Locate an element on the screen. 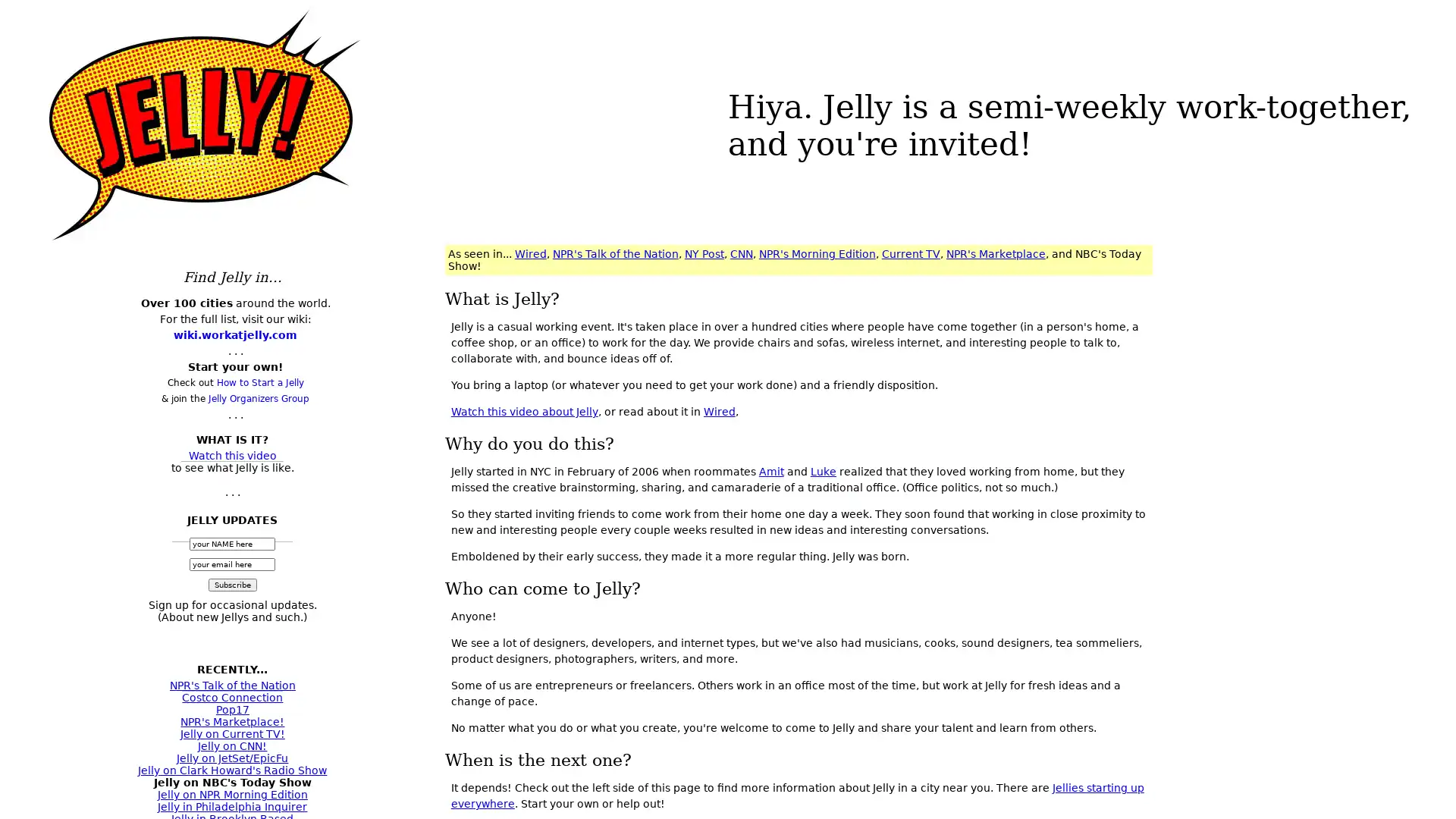  Subscribe is located at coordinates (231, 584).